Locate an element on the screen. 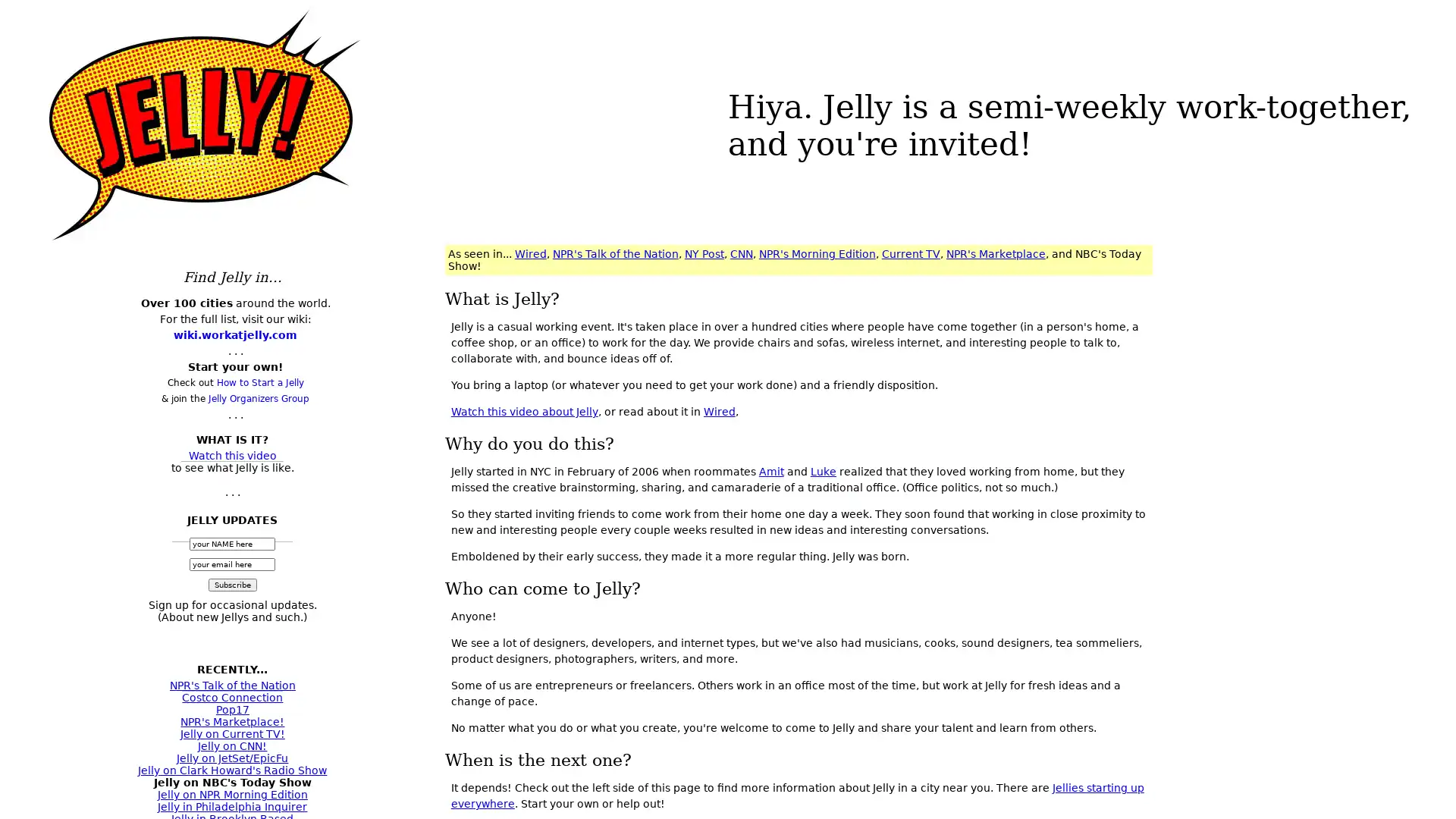  Subscribe is located at coordinates (231, 584).